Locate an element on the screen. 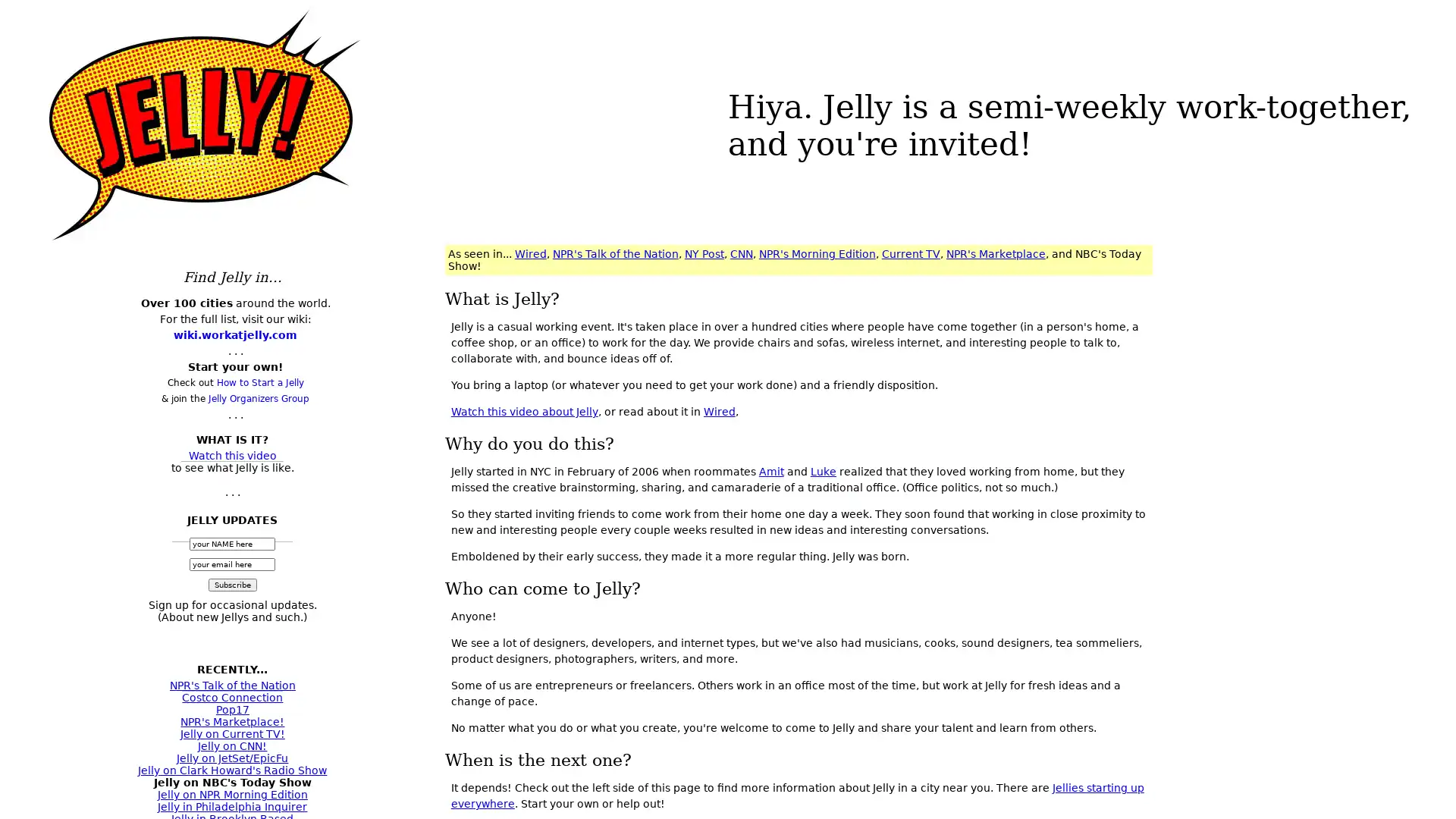  Subscribe is located at coordinates (231, 584).